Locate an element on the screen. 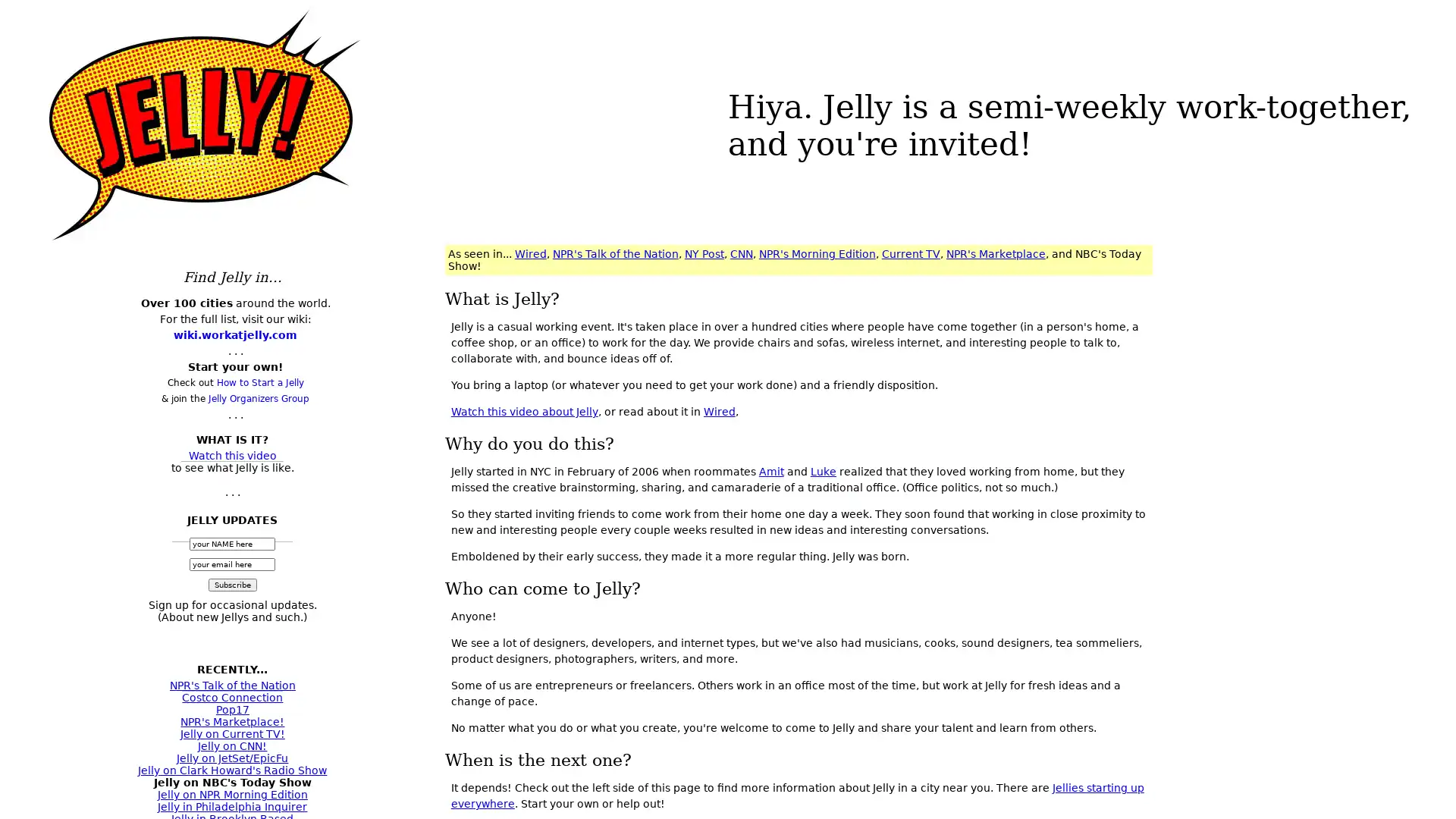  Subscribe is located at coordinates (231, 584).